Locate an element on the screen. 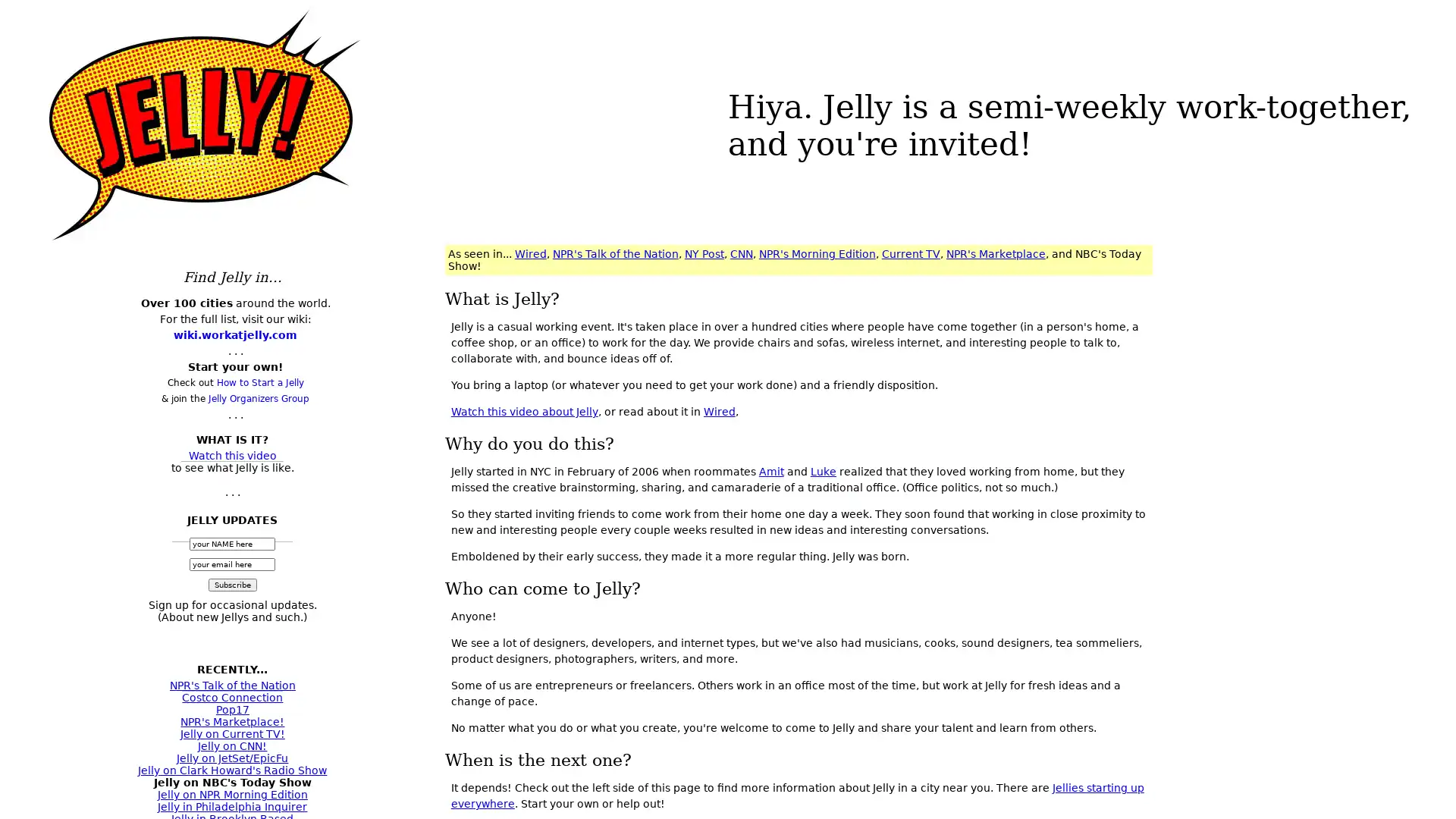  Subscribe is located at coordinates (231, 584).